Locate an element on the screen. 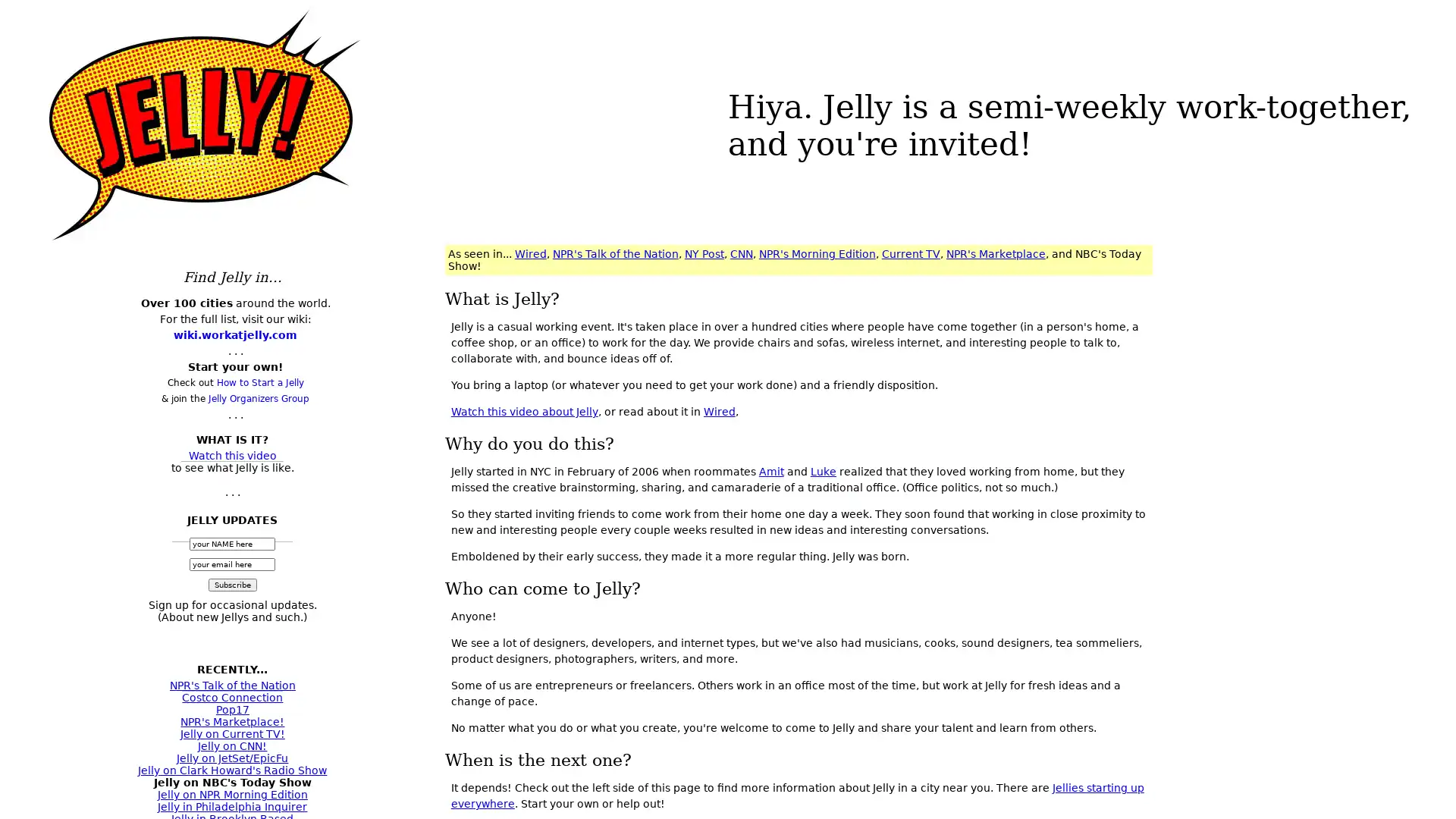  Subscribe is located at coordinates (231, 584).